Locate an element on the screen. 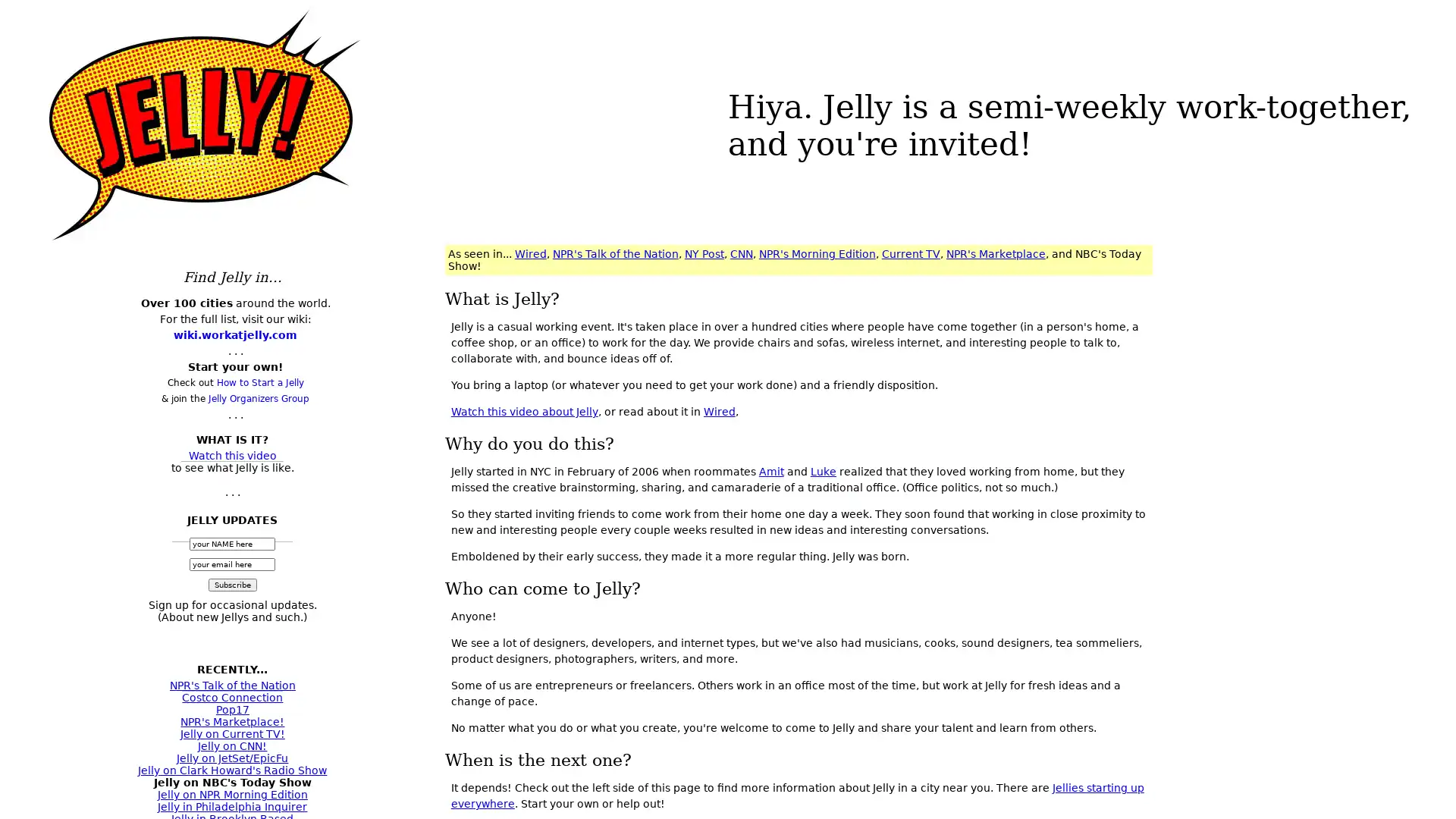  Subscribe is located at coordinates (231, 584).